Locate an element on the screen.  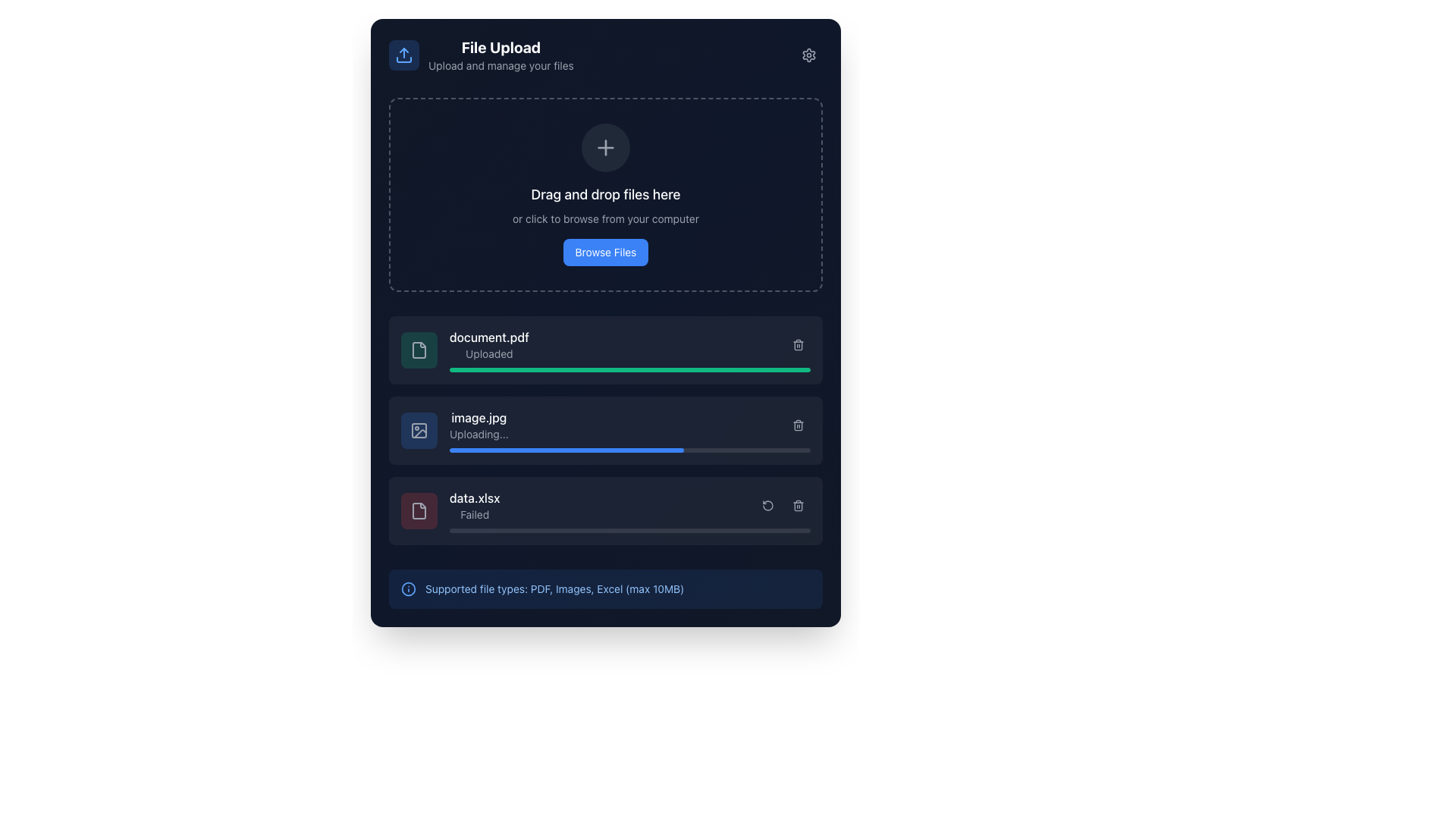
the retry or delete icons associated with the file upload status entry for 'data.xlsx' which shows a status of 'Failed'. This entry is the third in the list of file uploads is located at coordinates (604, 511).